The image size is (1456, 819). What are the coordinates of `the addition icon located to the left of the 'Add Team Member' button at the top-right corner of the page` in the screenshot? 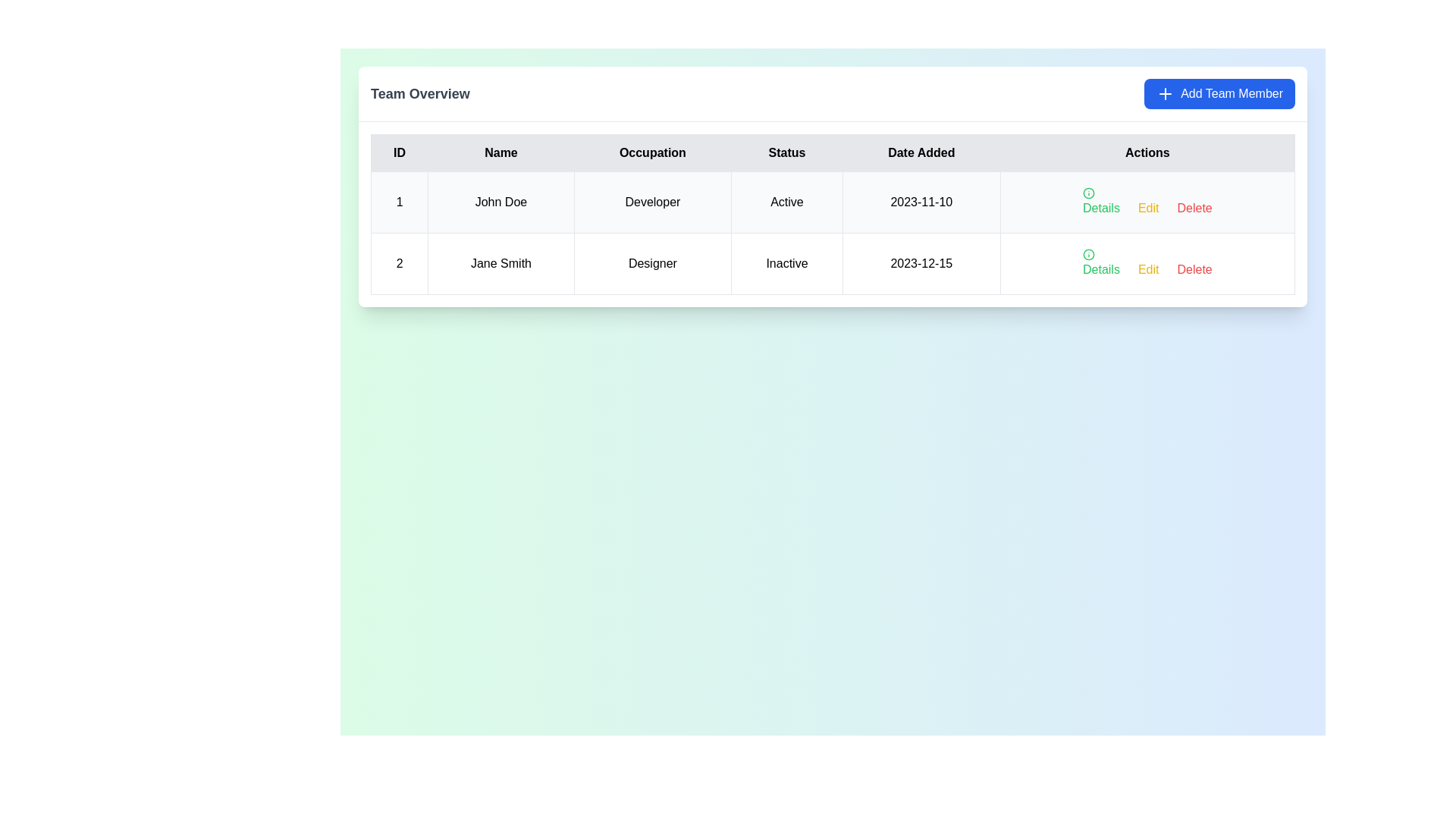 It's located at (1165, 93).